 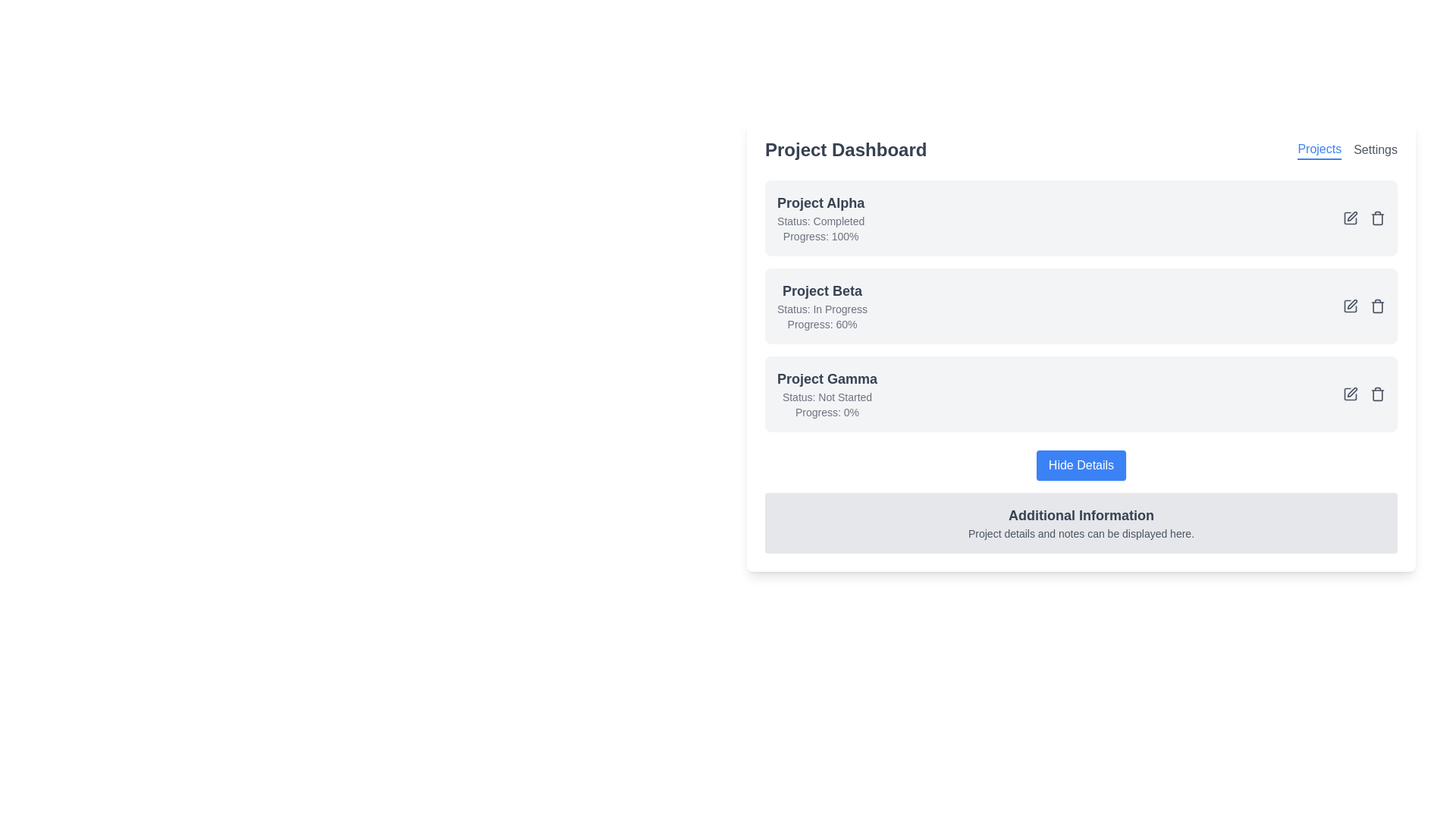 What do you see at coordinates (820, 237) in the screenshot?
I see `the static text label displaying 'Progress: 100%' which is styled with a small font size and gray color, positioned below 'Status: Completed' and above the next project section` at bounding box center [820, 237].